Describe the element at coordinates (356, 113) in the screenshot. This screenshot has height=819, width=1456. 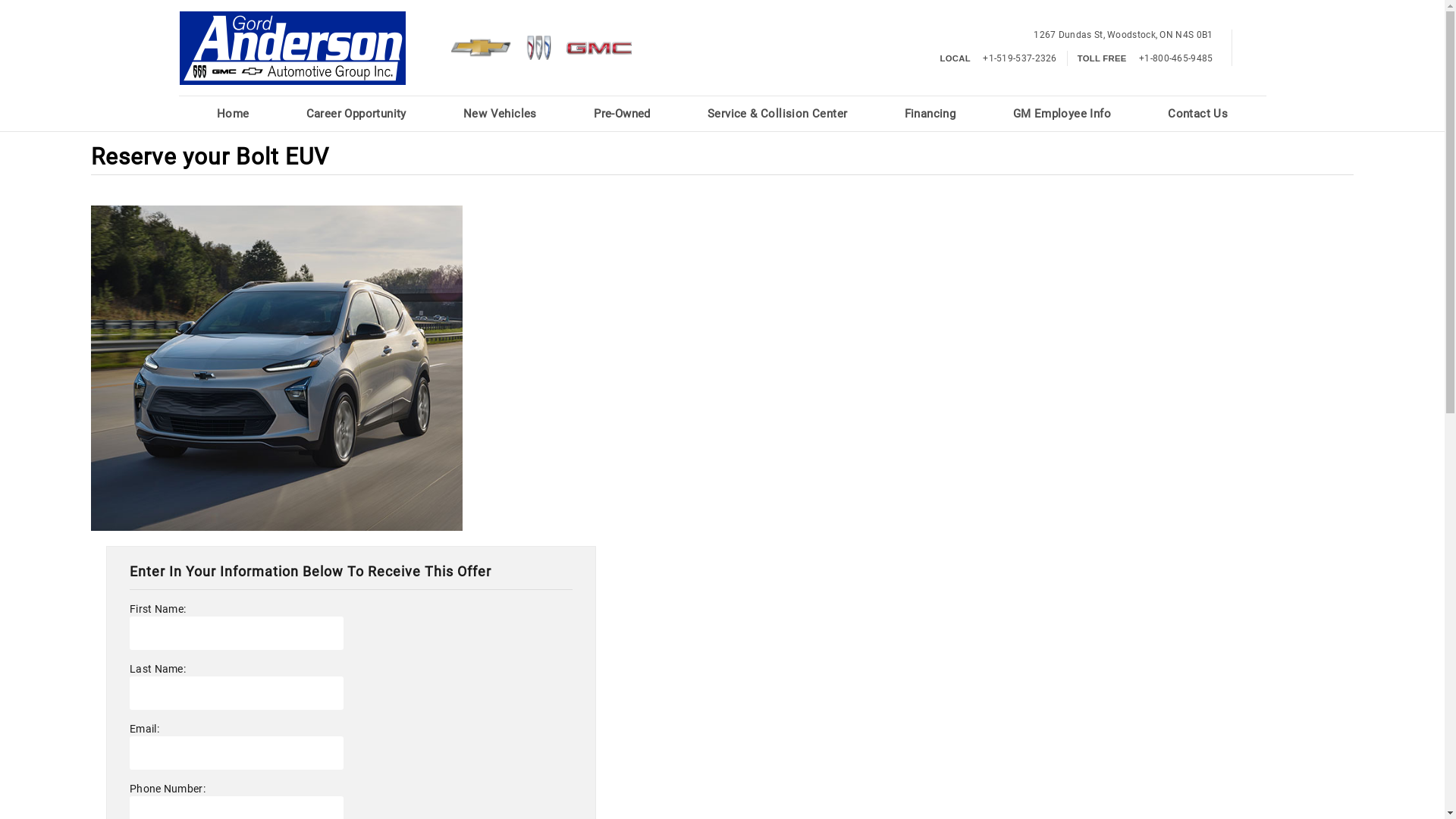
I see `'Career Opportunity'` at that location.